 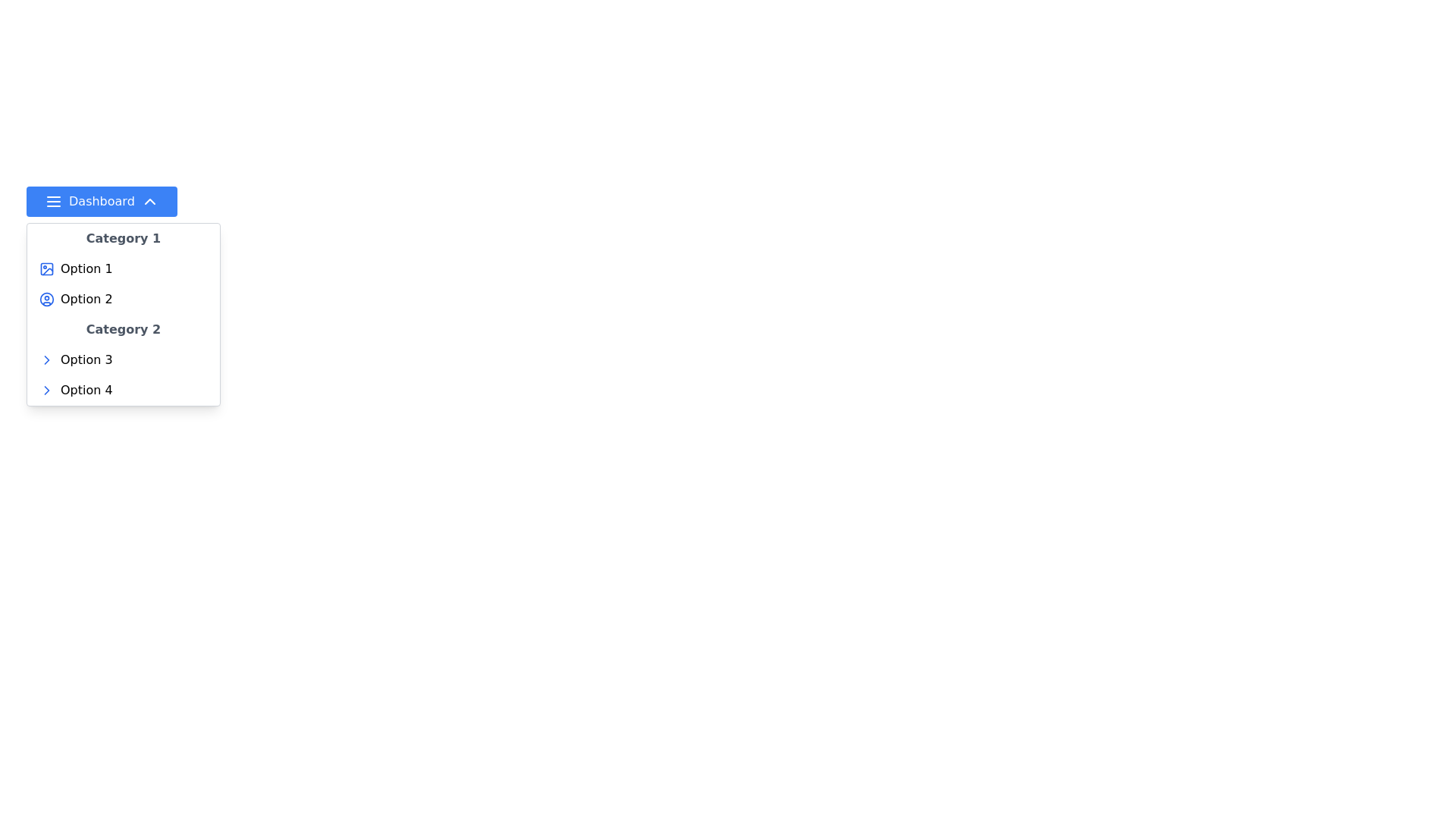 What do you see at coordinates (47, 299) in the screenshot?
I see `the outermost blue circular outline of the user avatar icon, which is part of a 24x24 SVG profile representation` at bounding box center [47, 299].